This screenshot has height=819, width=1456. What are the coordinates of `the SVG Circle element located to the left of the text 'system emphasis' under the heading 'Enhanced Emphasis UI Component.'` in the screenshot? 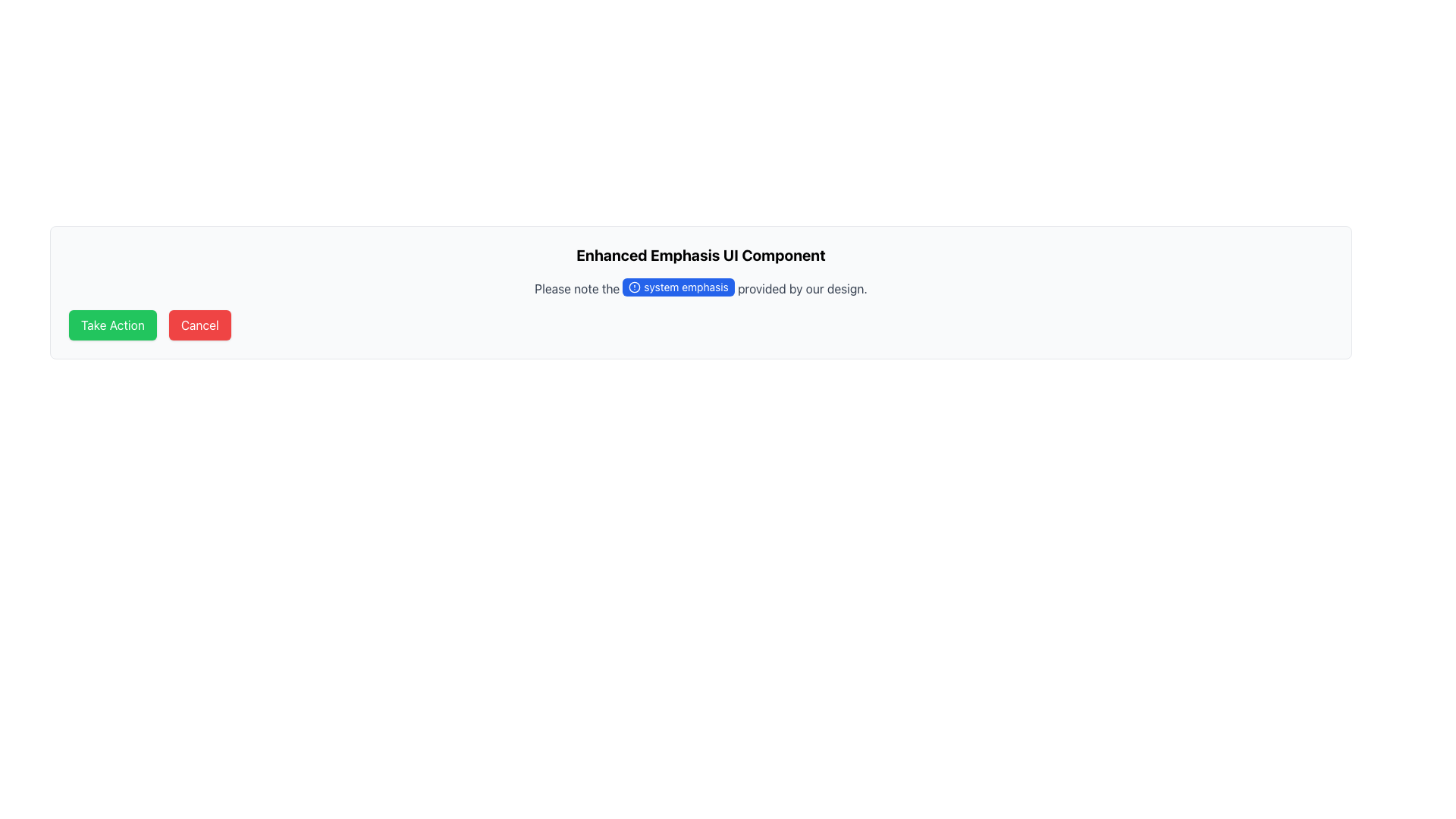 It's located at (635, 287).